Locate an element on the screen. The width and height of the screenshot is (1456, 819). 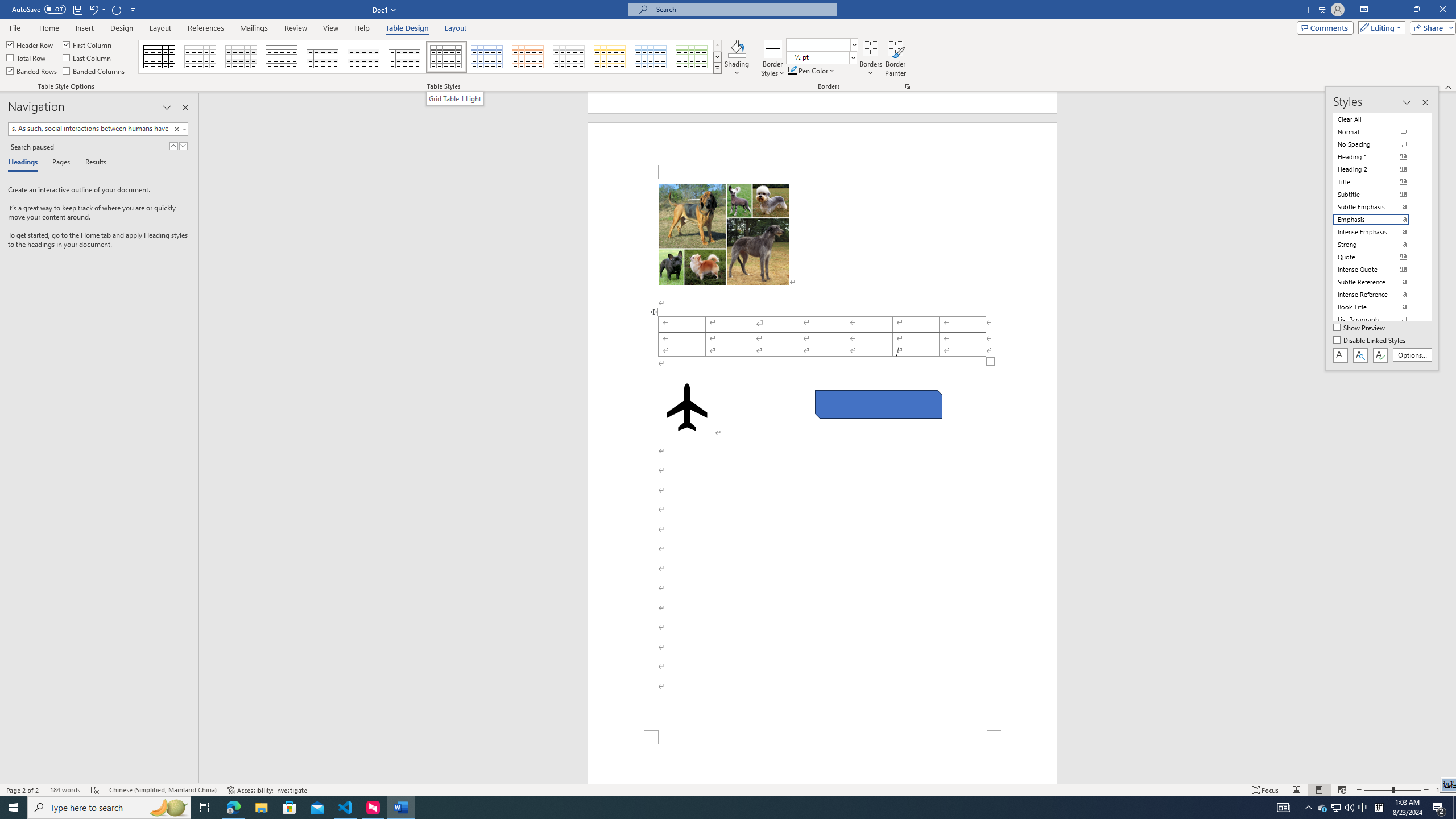
'Disable Linked Styles' is located at coordinates (1370, 340).